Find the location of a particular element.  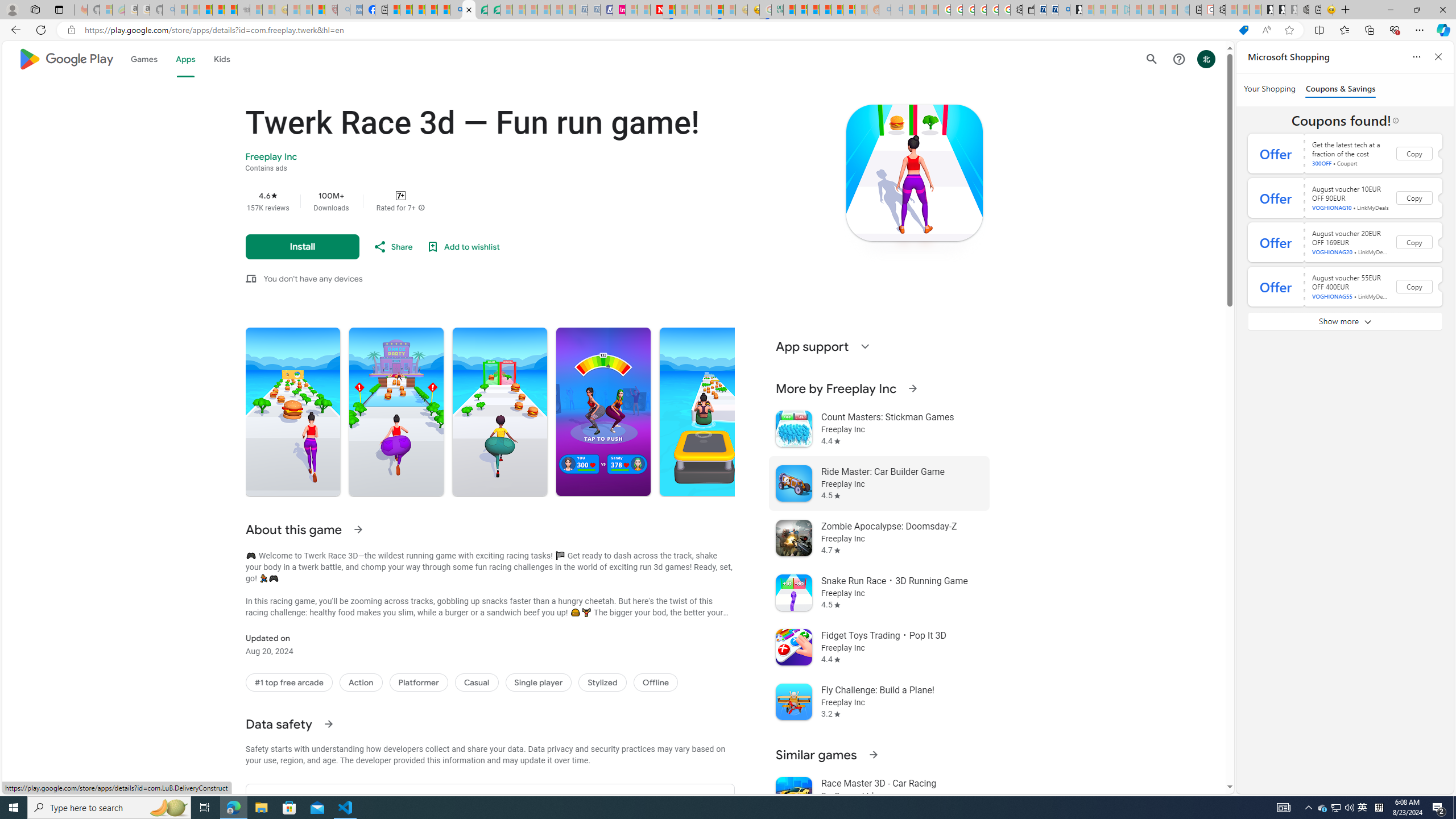

'More info about this content rating' is located at coordinates (421, 207).